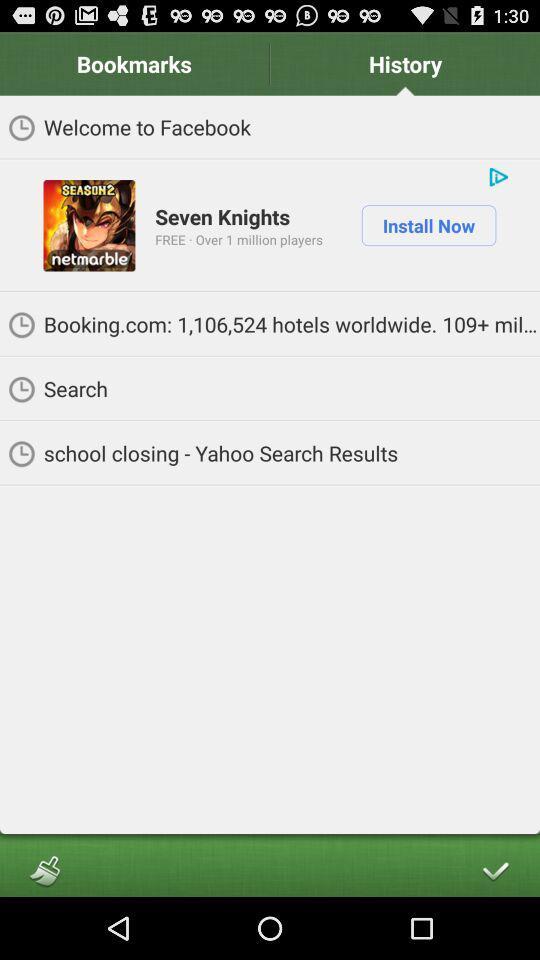 This screenshot has width=540, height=960. Describe the element at coordinates (221, 216) in the screenshot. I see `the icon below welcome to facebook` at that location.